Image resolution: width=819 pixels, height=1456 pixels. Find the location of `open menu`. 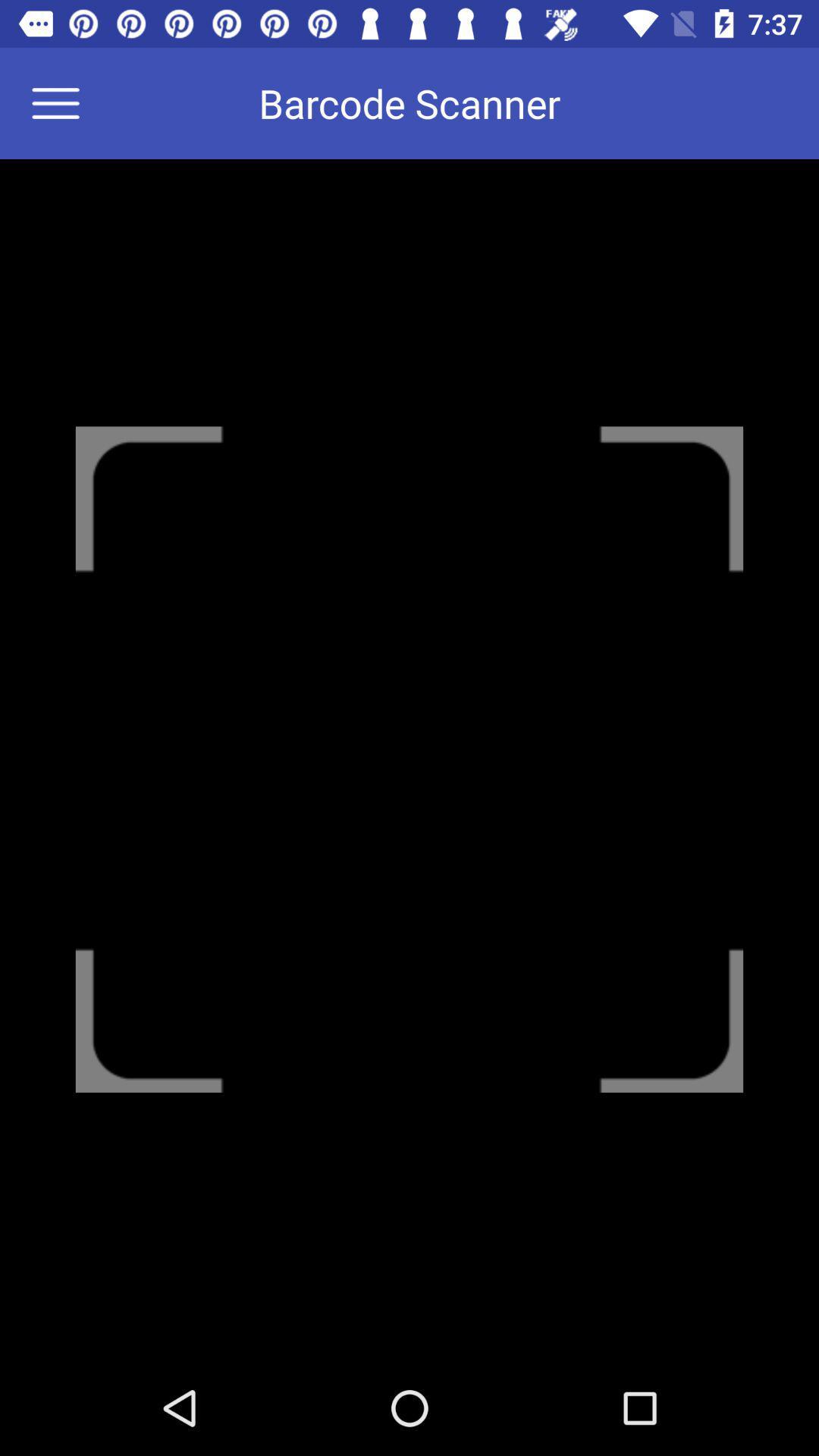

open menu is located at coordinates (64, 102).